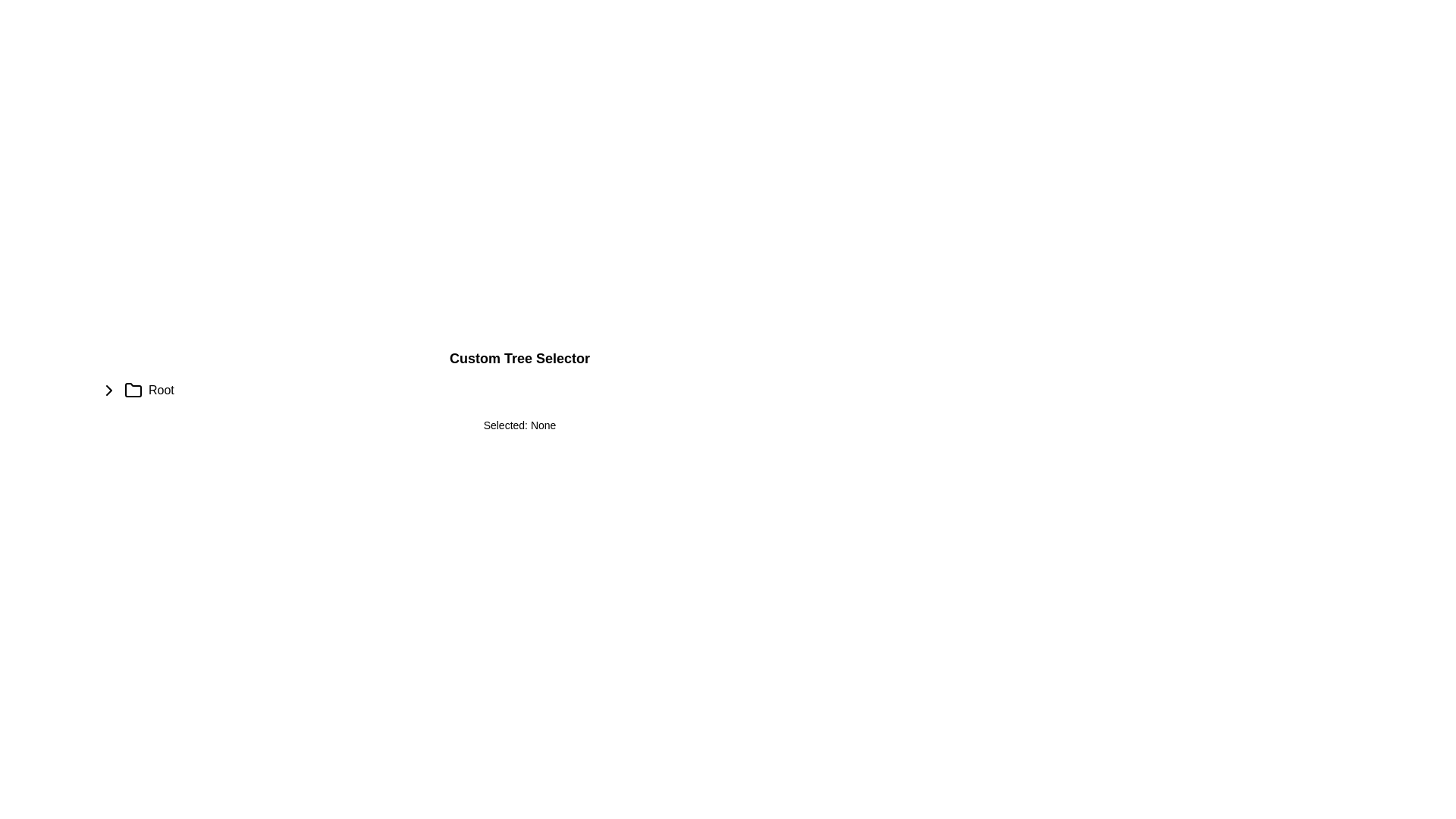 This screenshot has height=819, width=1456. I want to click on the minimalist folder icon outlined with a thin border, located between the triangular arrow icon and the text 'Root', so click(133, 390).